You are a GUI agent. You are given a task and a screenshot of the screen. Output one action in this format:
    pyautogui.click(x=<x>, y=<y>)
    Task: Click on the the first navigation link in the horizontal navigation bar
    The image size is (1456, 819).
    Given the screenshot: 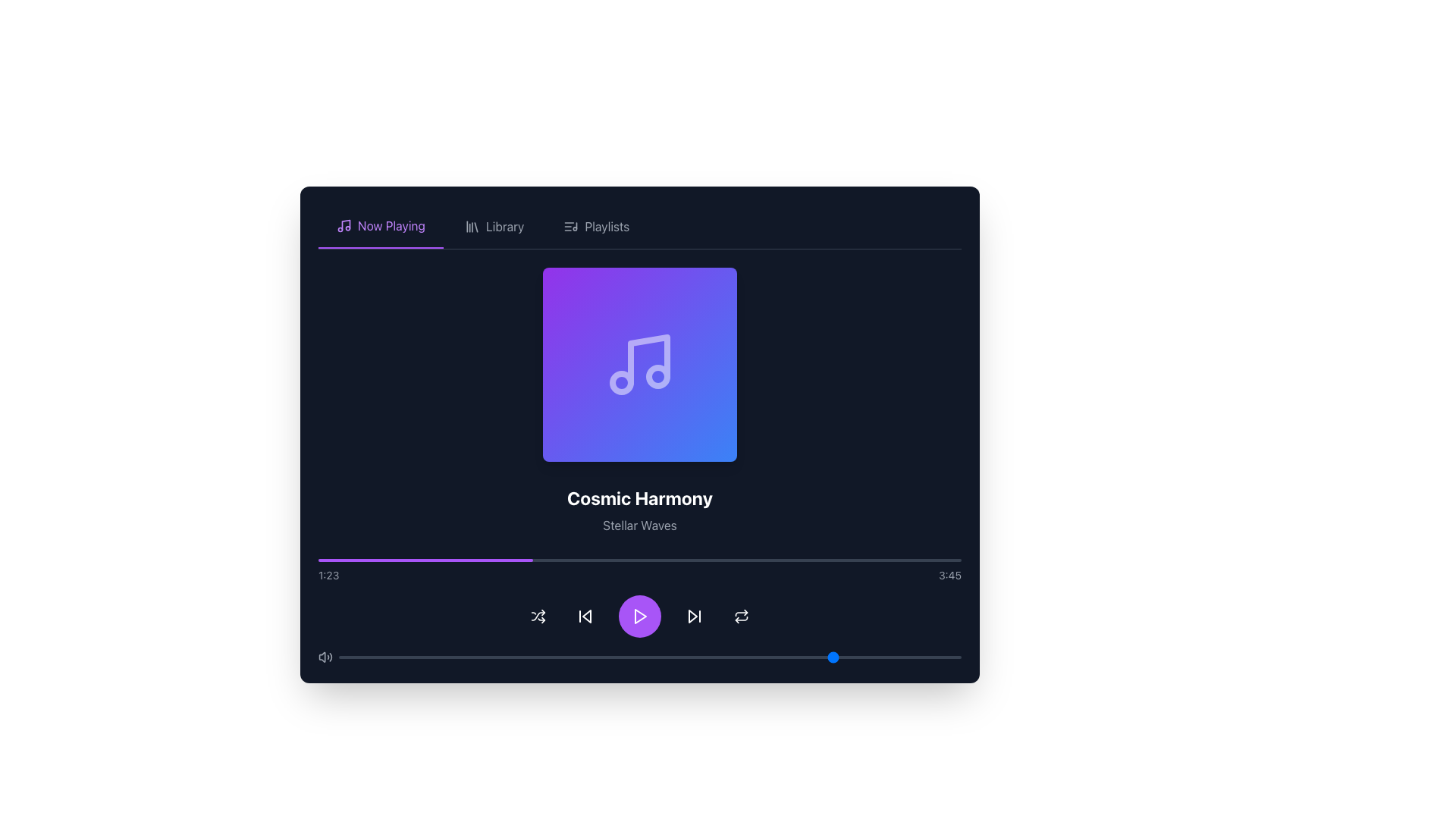 What is the action you would take?
    pyautogui.click(x=381, y=227)
    